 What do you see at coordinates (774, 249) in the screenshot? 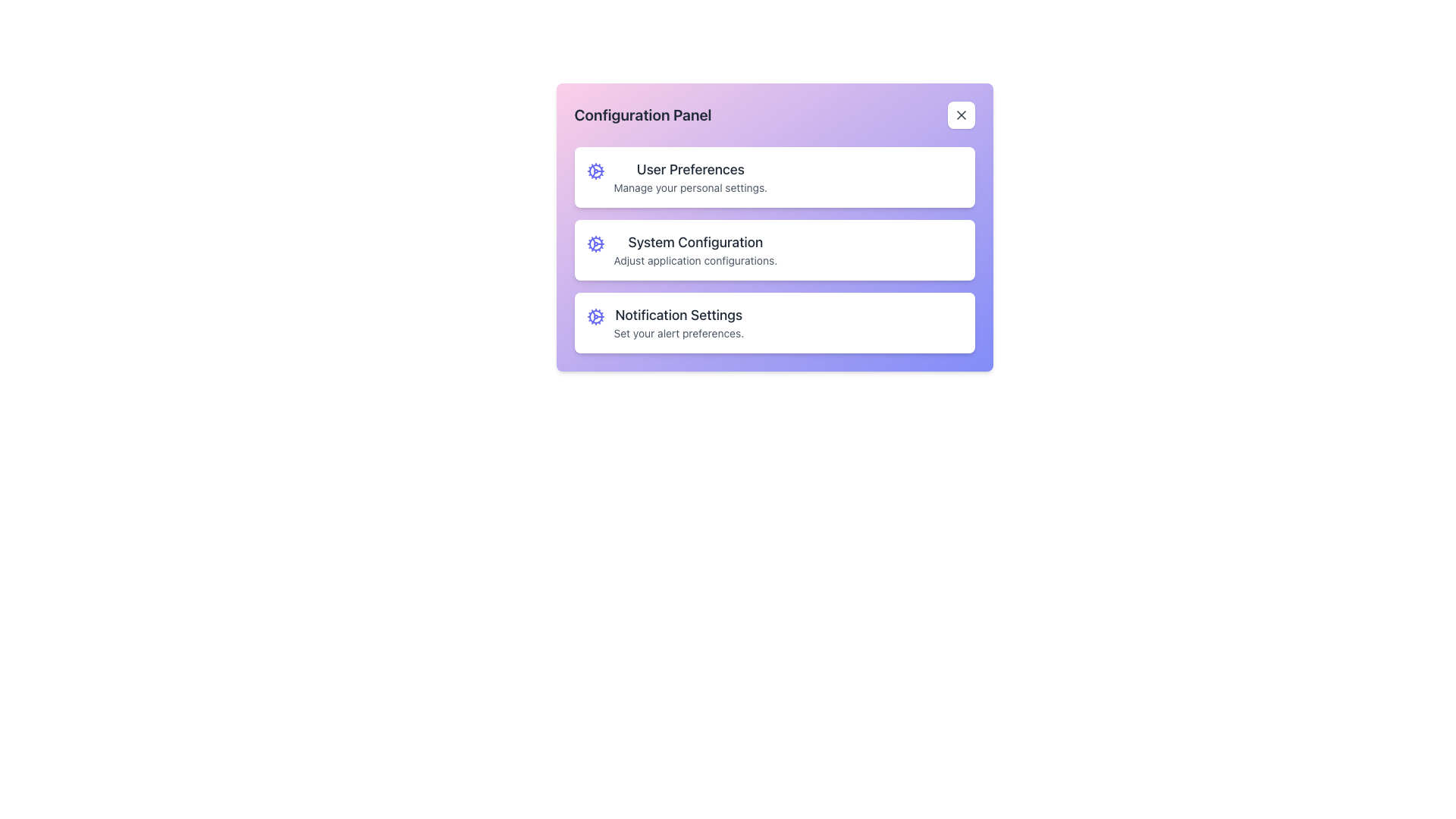
I see `the 'System Configuration' informational card, which is the second card in the vertical stack within the 'Configuration Panel' section` at bounding box center [774, 249].